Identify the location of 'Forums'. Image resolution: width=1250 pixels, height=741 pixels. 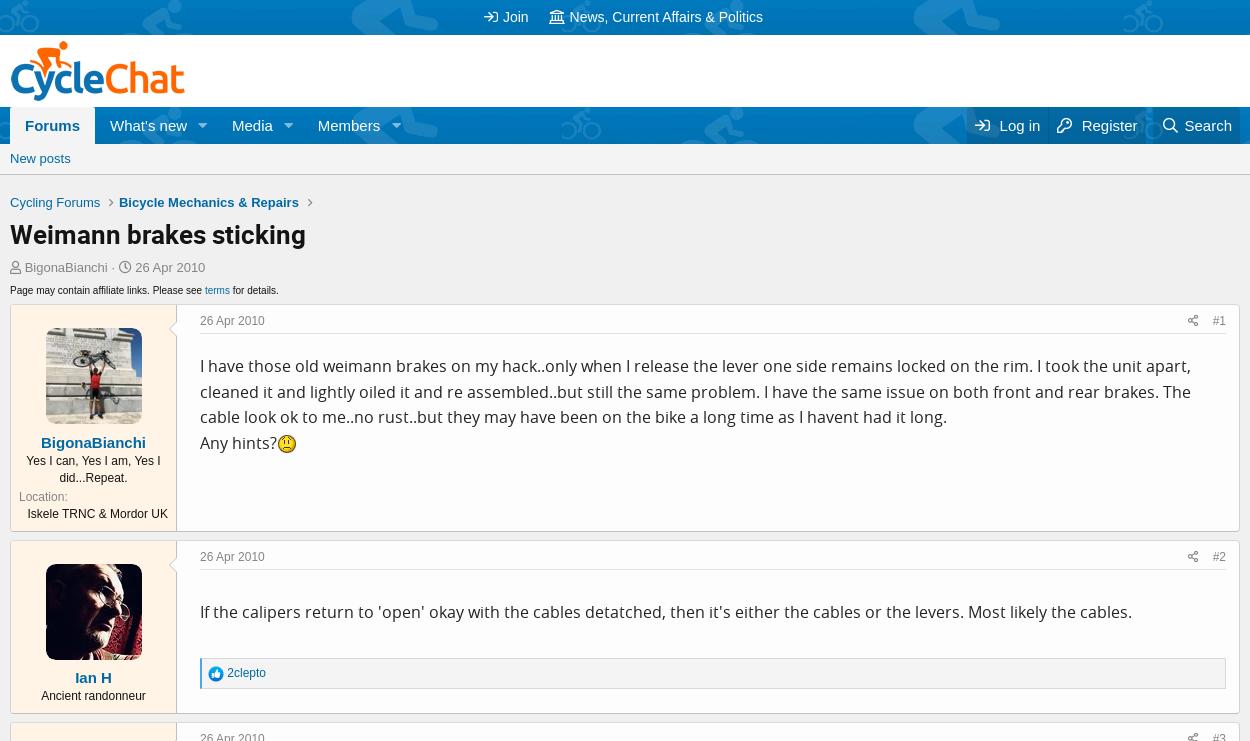
(52, 124).